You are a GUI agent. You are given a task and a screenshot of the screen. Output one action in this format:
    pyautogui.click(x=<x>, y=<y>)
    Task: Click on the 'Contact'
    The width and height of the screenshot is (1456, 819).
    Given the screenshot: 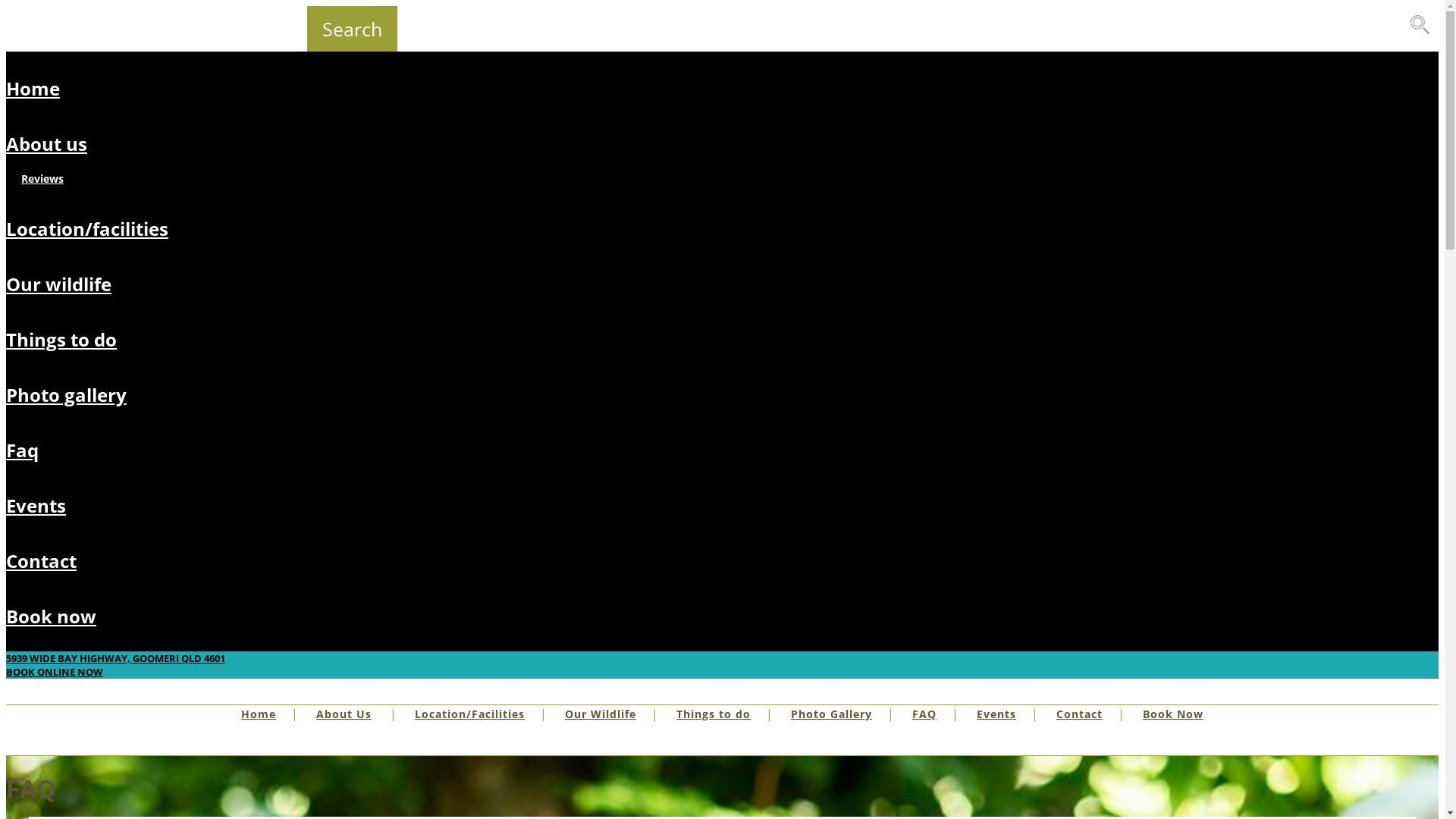 What is the action you would take?
    pyautogui.click(x=1078, y=714)
    